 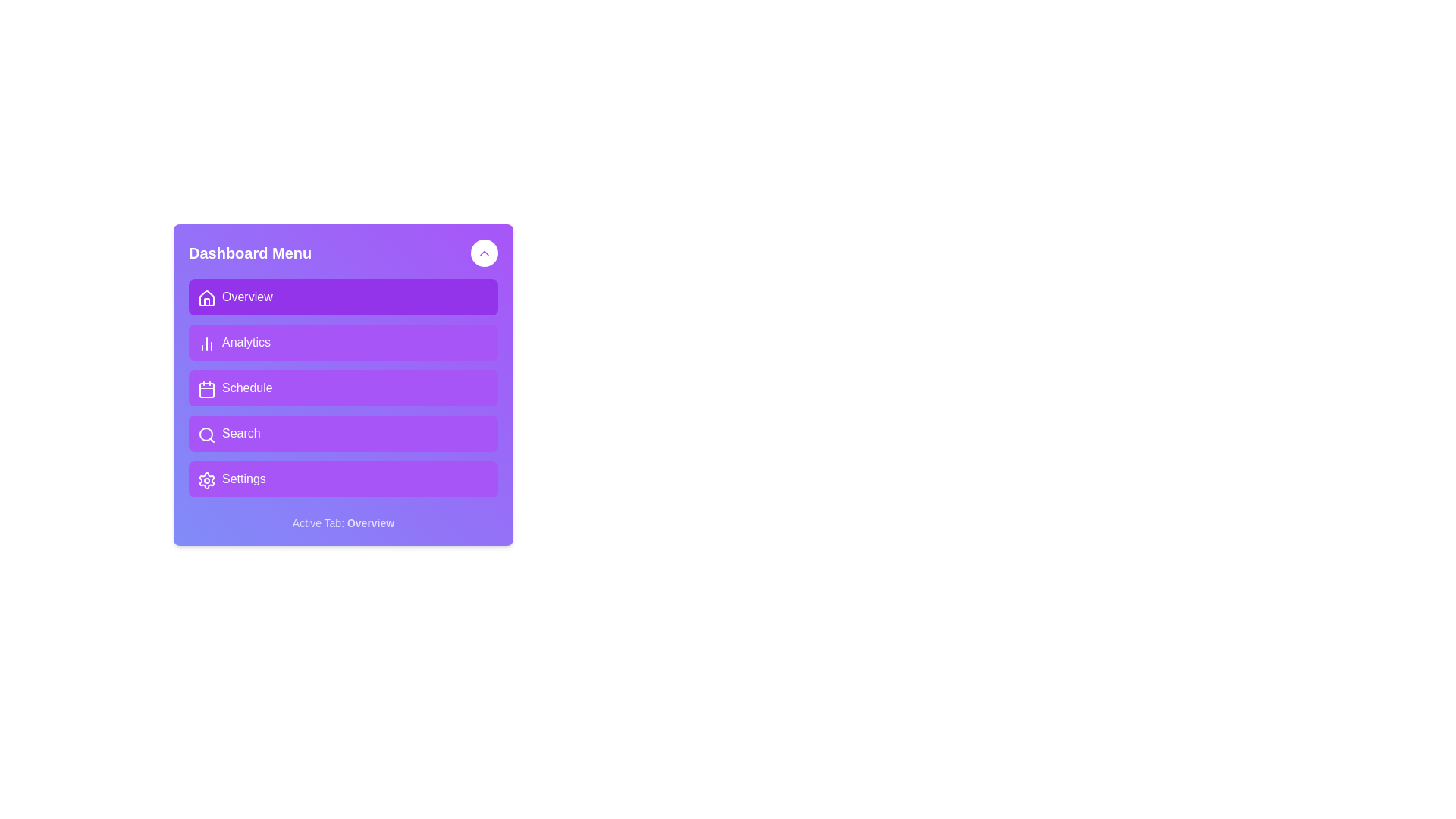 What do you see at coordinates (371, 522) in the screenshot?
I see `the 'Overview' text label that indicates the currently active tab in the purple menu panel` at bounding box center [371, 522].